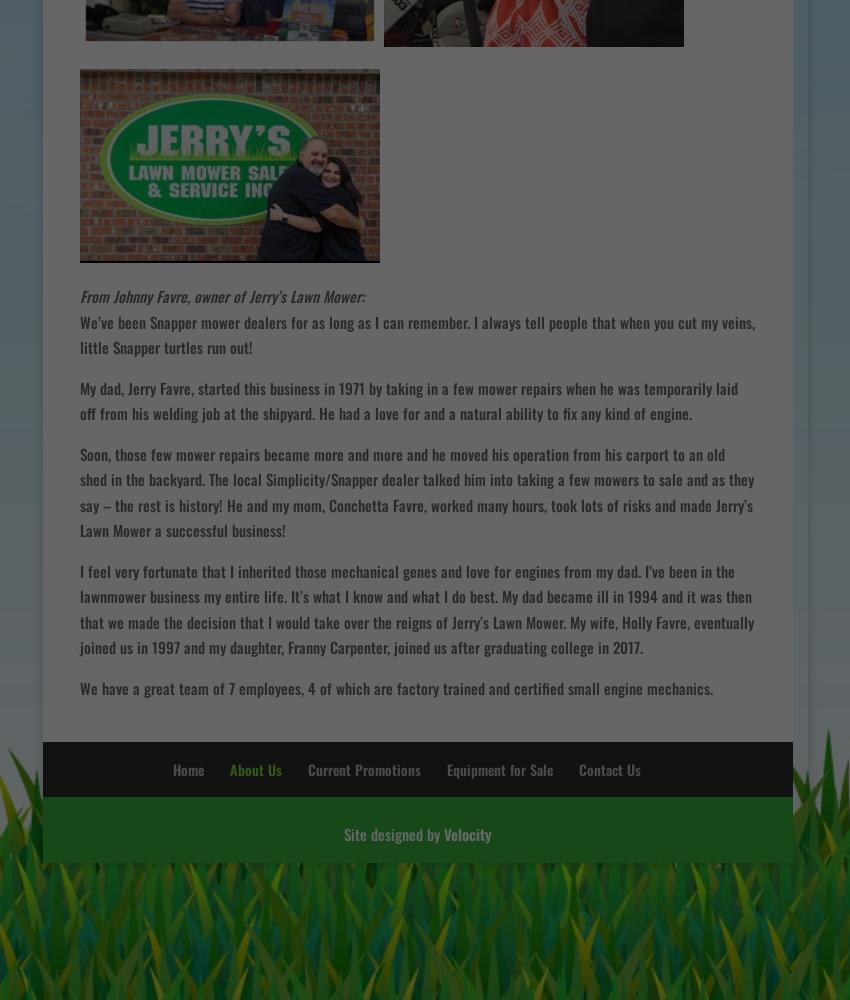 The height and width of the screenshot is (1000, 850). Describe the element at coordinates (222, 296) in the screenshot. I see `'From Johnny Favre, owner of Jerry’s Lawn Mower:'` at that location.